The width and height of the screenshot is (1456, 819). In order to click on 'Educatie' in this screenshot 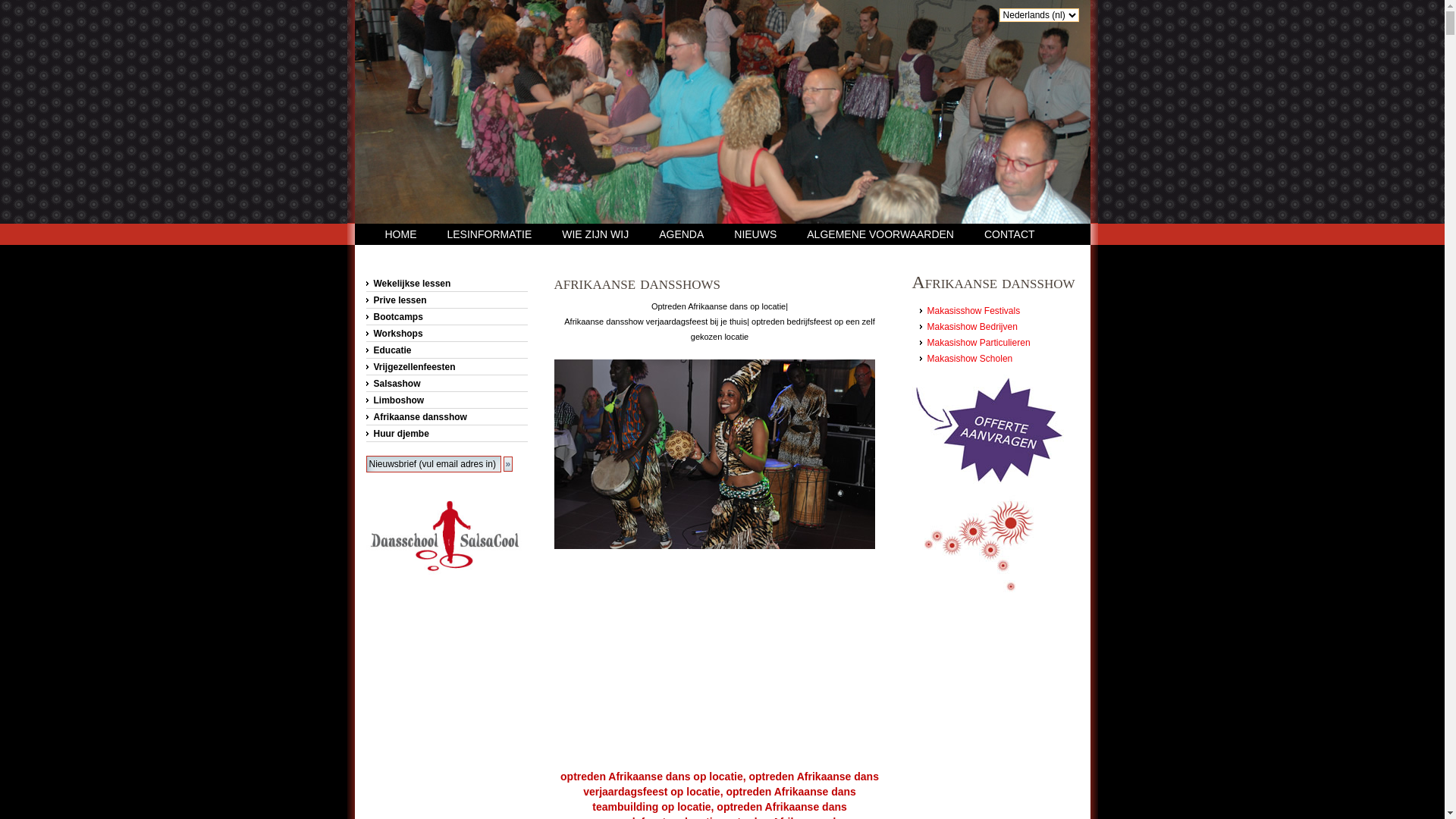, I will do `click(365, 350)`.